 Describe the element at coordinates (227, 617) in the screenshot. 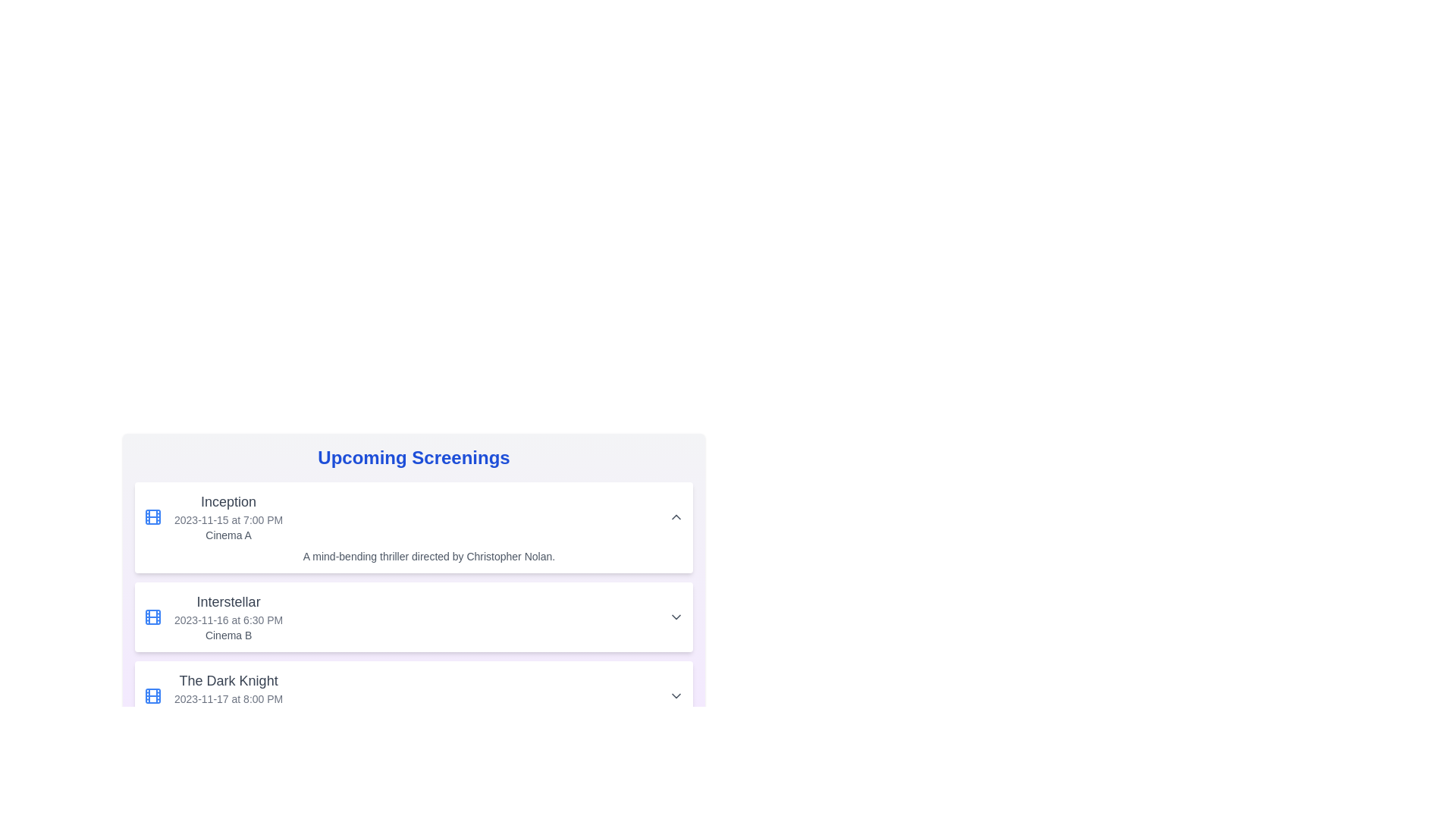

I see `the details of the text block displaying movie screening information for 'Interstellar', located in the second slot of the list of upcoming movie screenings` at that location.